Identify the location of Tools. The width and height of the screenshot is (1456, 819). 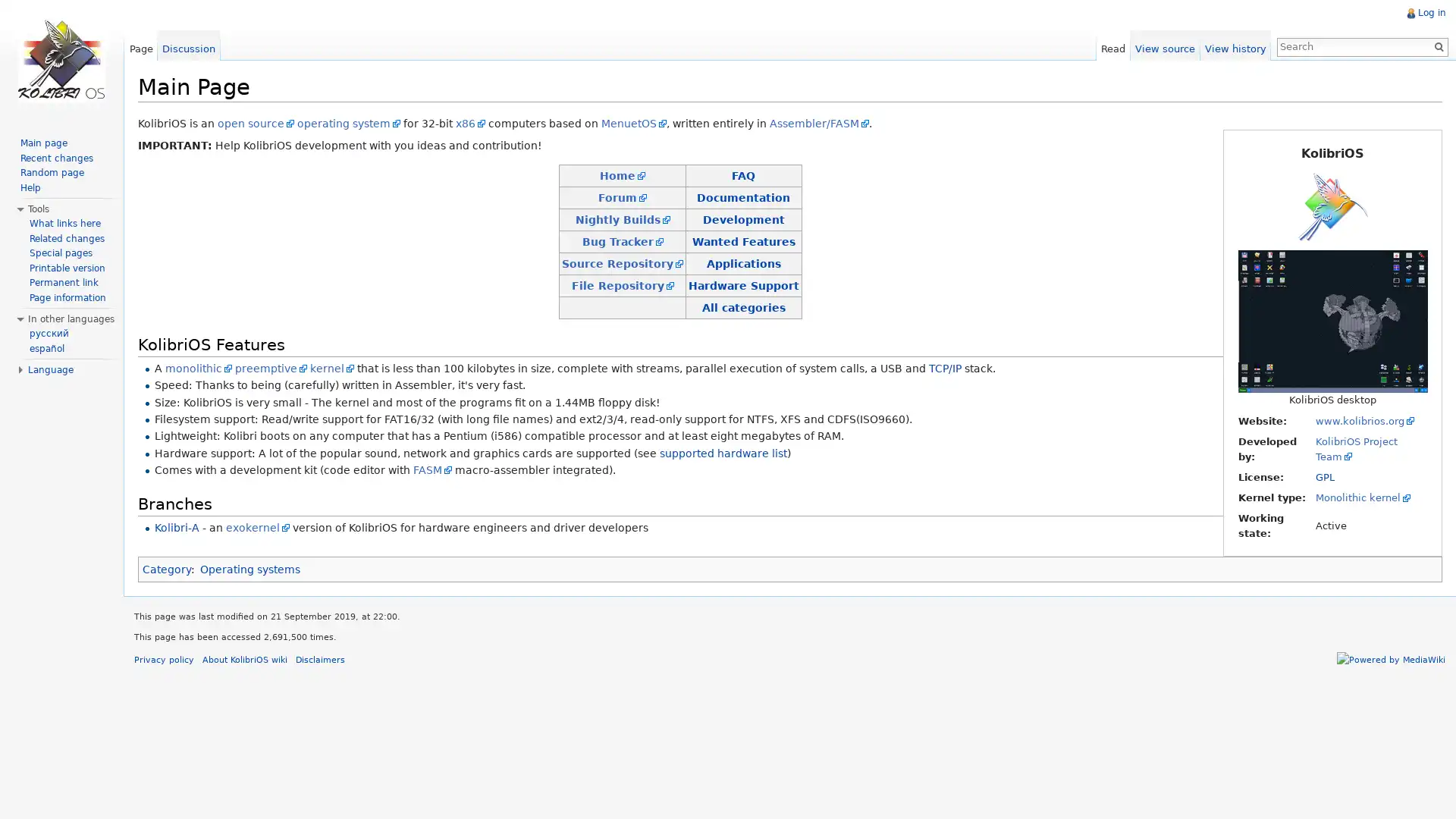
(39, 209).